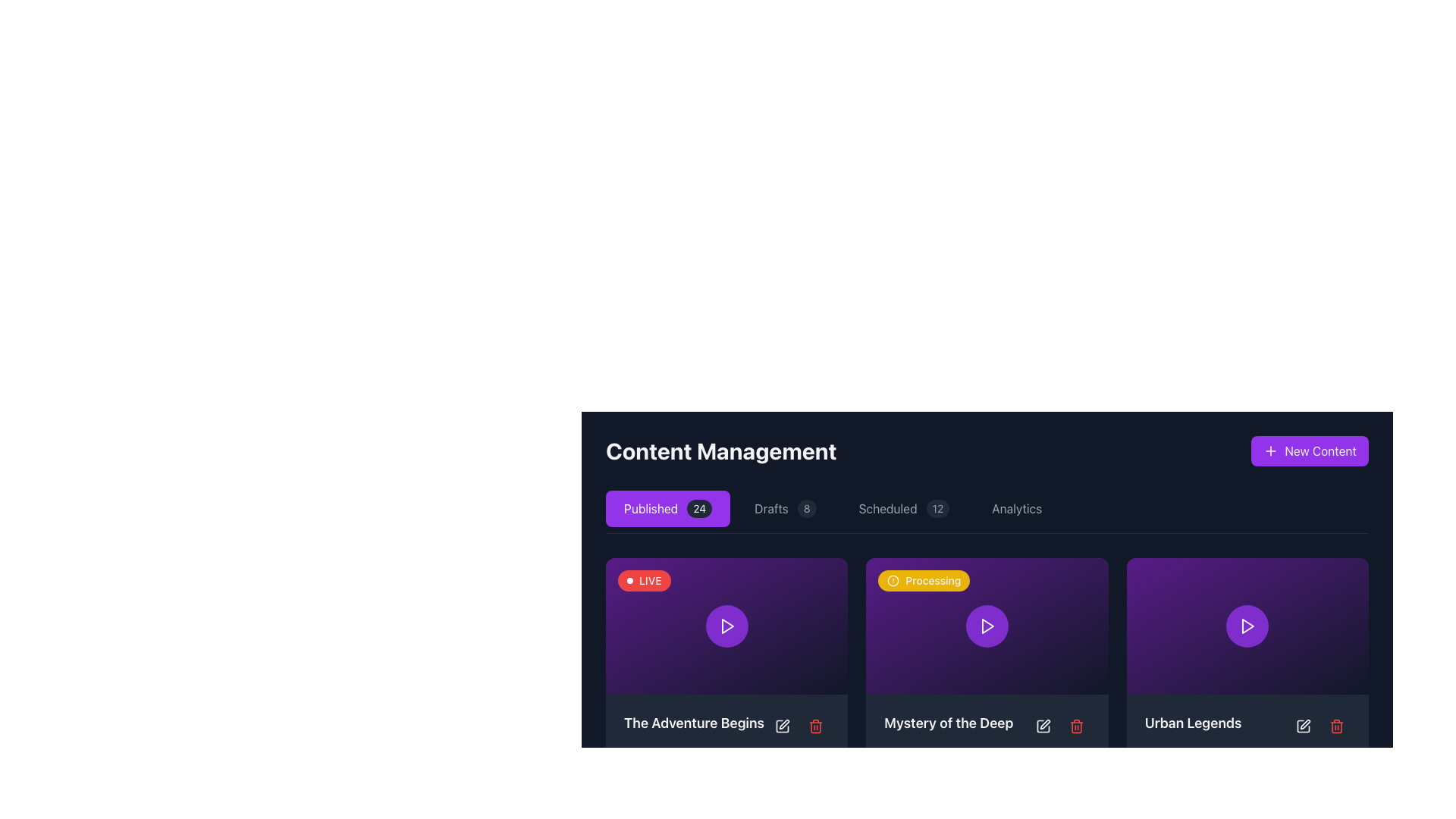 The image size is (1456, 819). What do you see at coordinates (693, 722) in the screenshot?
I see `the text label located at the bottom of the leftmost content card, which serves as the title or identifier for the item` at bounding box center [693, 722].